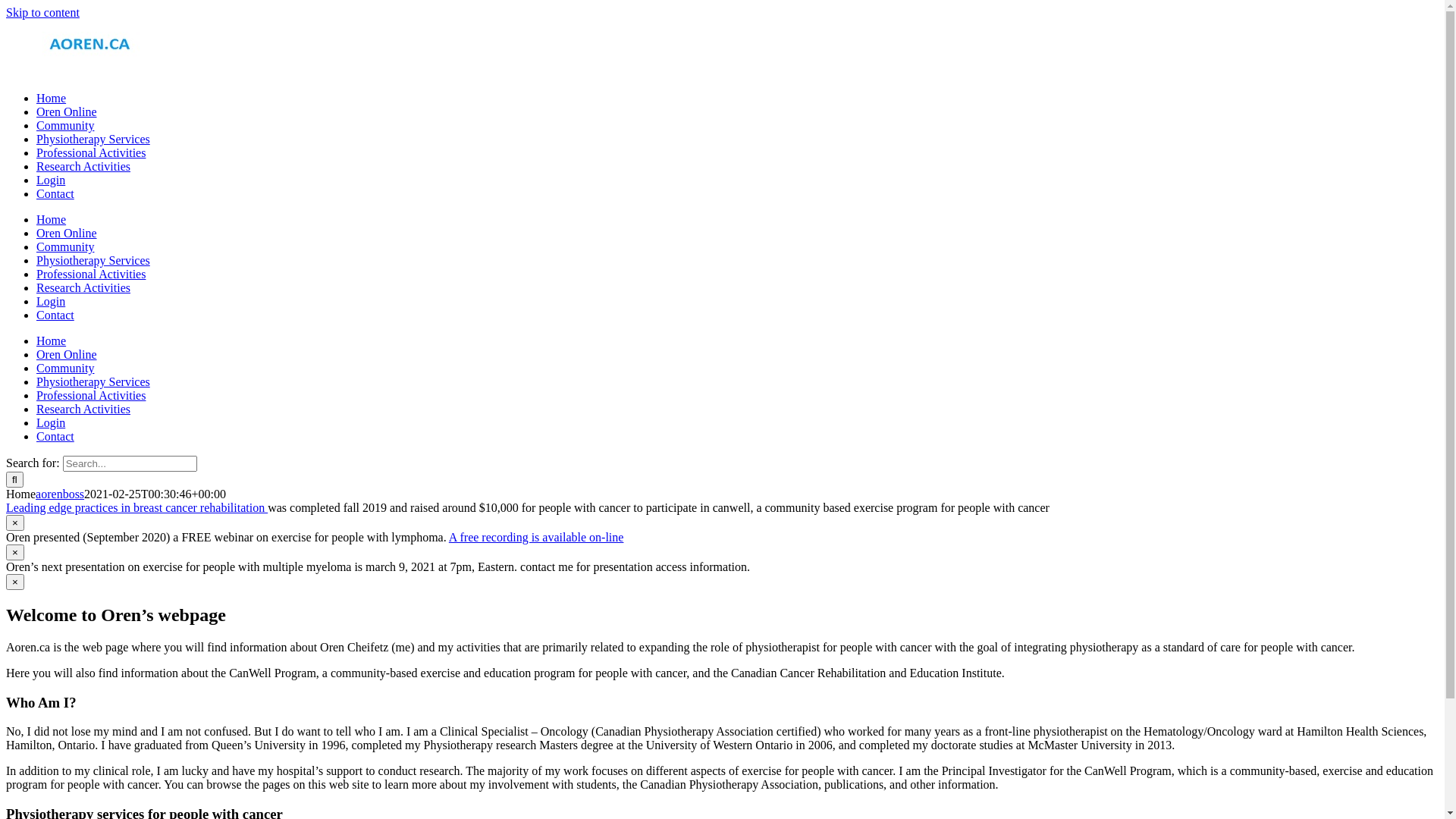  I want to click on 'aorenboss', so click(36, 494).